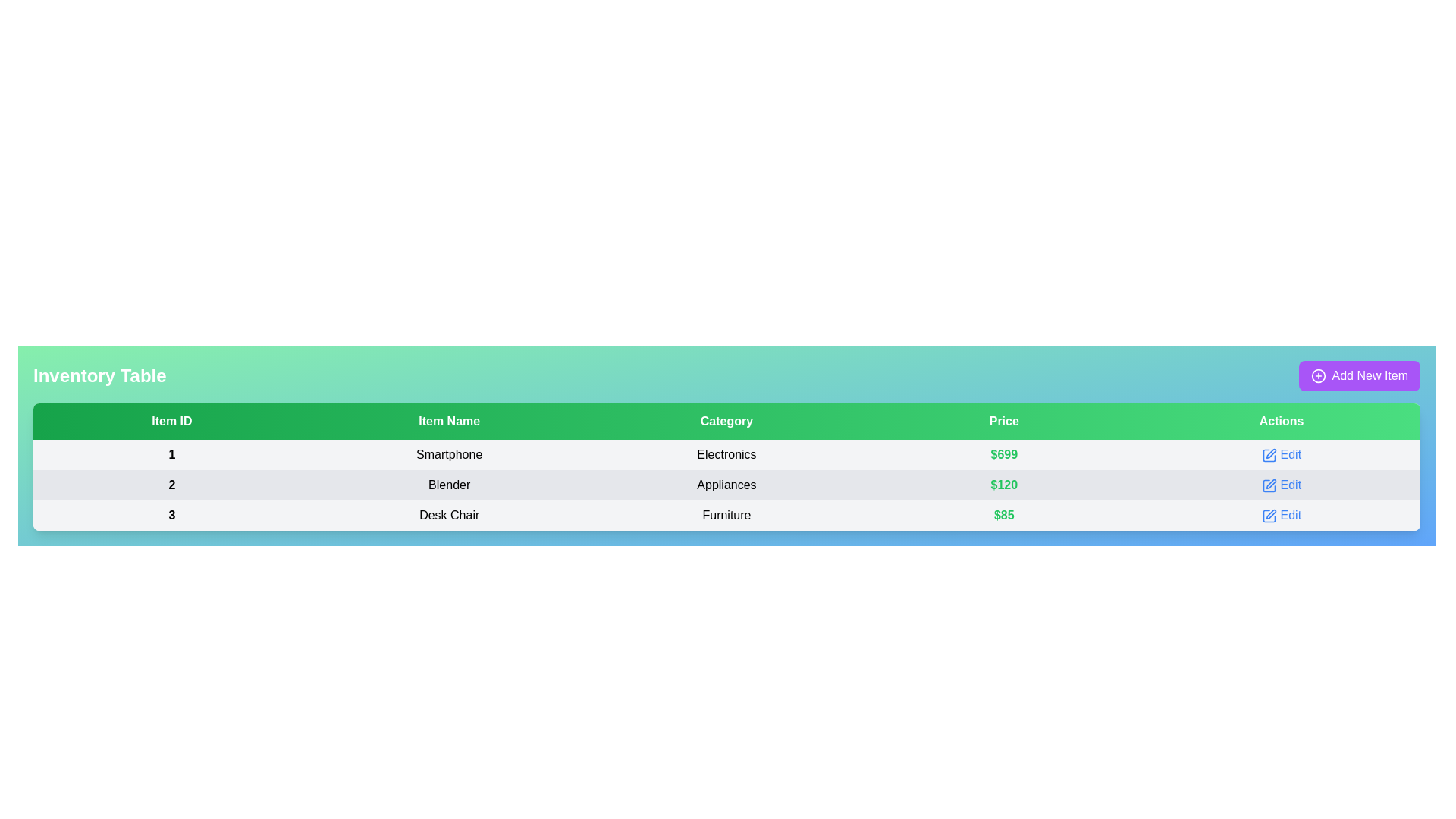  What do you see at coordinates (1359, 375) in the screenshot?
I see `the 'Add Item' button located in the top-right corner of the inventory table interface to change its background color` at bounding box center [1359, 375].